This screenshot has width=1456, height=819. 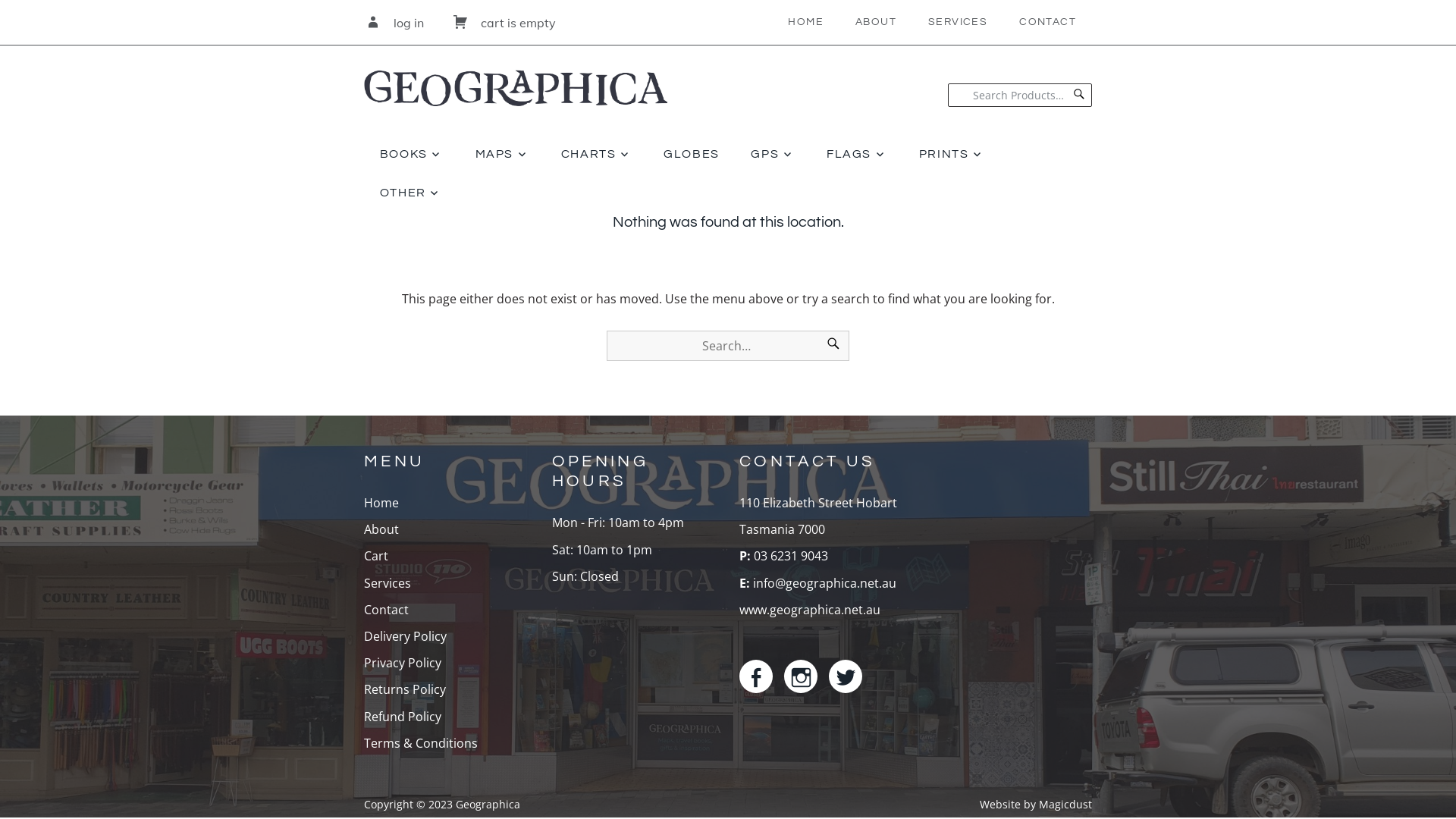 What do you see at coordinates (364, 154) in the screenshot?
I see `'BOOKS'` at bounding box center [364, 154].